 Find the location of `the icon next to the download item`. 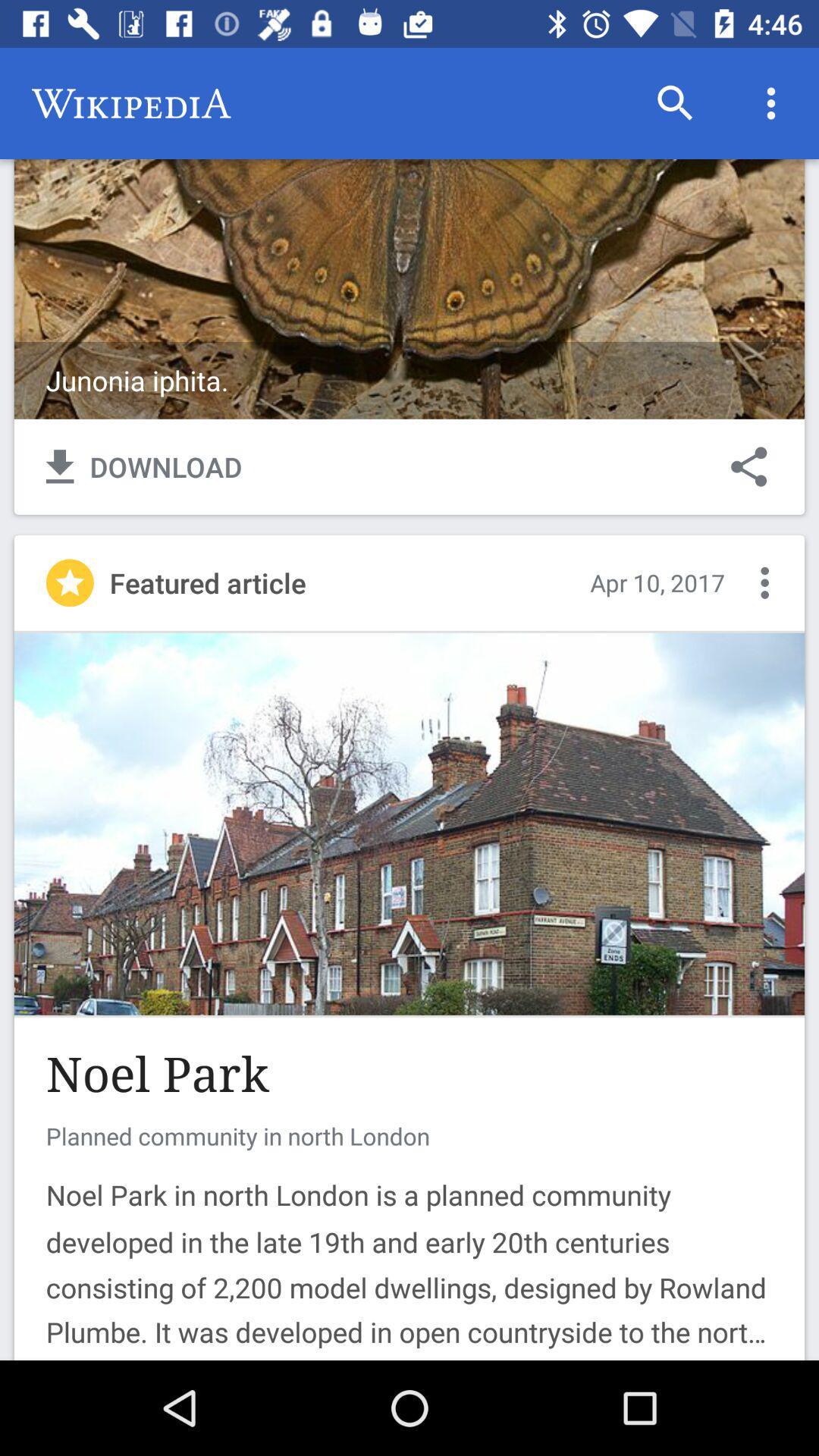

the icon next to the download item is located at coordinates (748, 466).